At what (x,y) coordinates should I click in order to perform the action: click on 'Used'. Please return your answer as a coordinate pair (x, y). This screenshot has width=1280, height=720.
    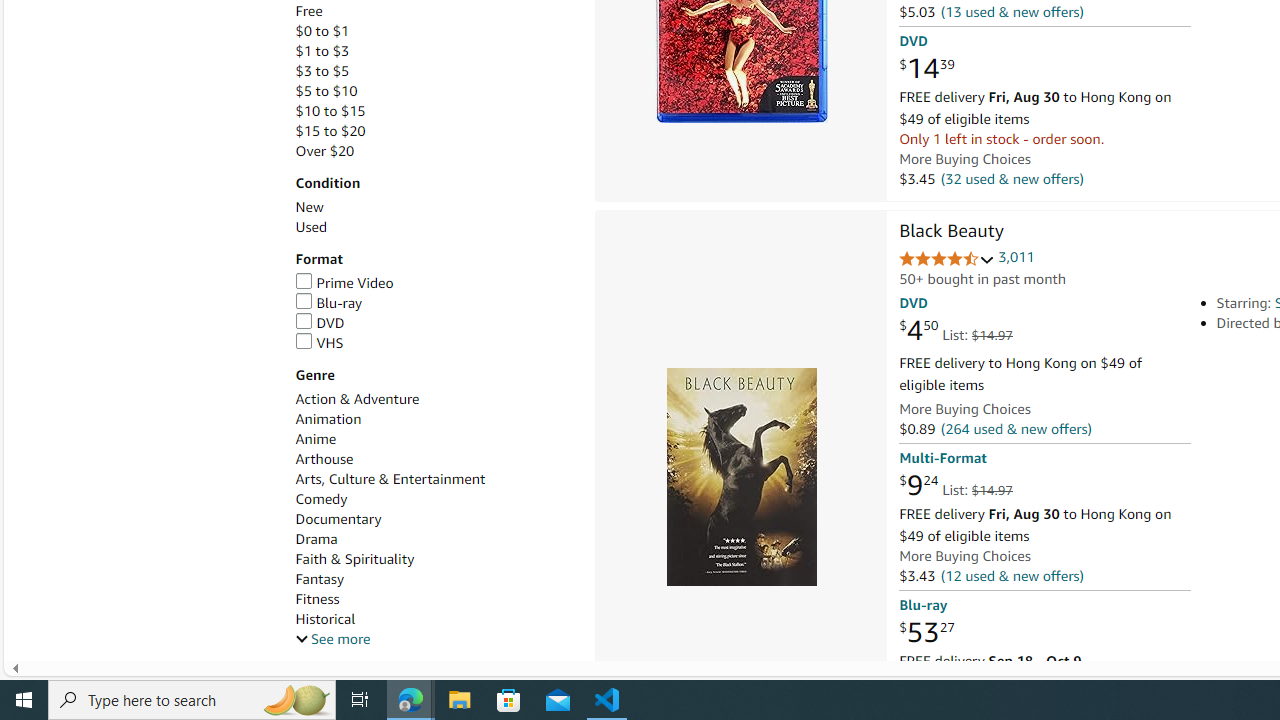
    Looking at the image, I should click on (433, 226).